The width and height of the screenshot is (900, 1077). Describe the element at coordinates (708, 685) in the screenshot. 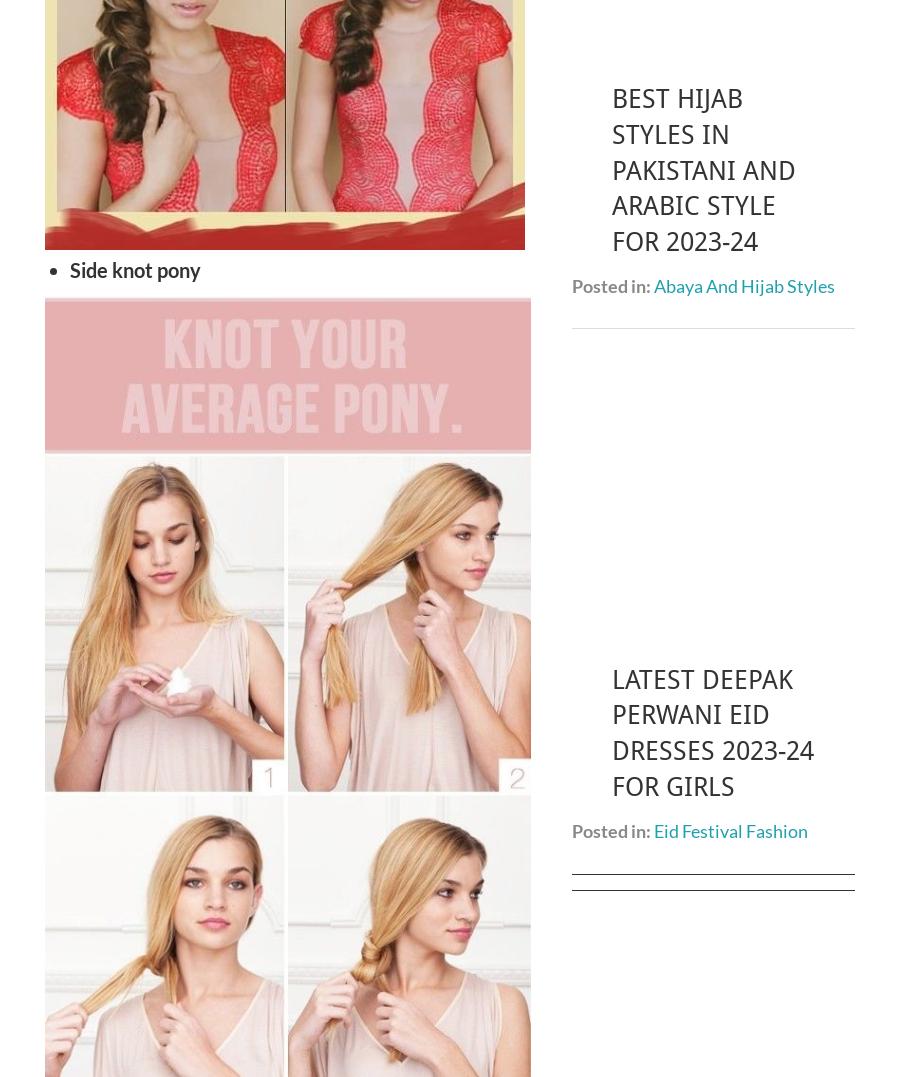

I see `'Maya Ali Biography  | Age, Height, Boyfriend, Personal Life, Career 2023'` at that location.